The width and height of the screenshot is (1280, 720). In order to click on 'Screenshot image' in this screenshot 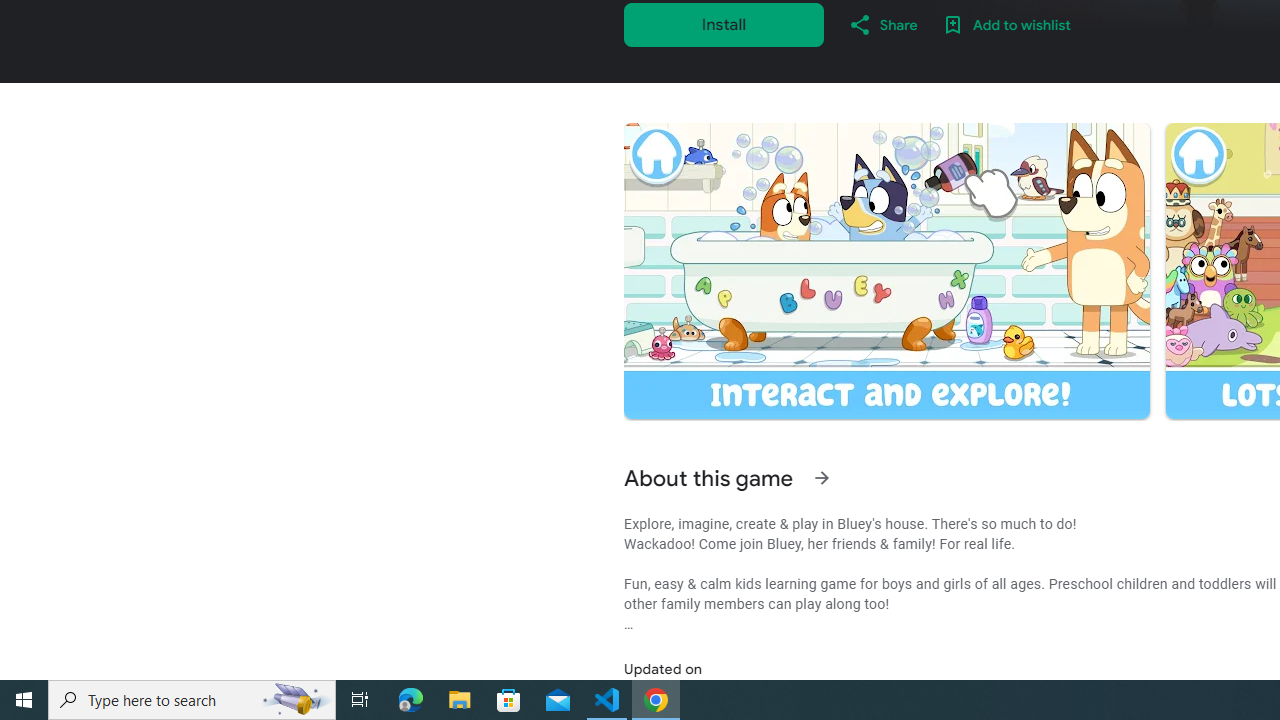, I will do `click(885, 271)`.